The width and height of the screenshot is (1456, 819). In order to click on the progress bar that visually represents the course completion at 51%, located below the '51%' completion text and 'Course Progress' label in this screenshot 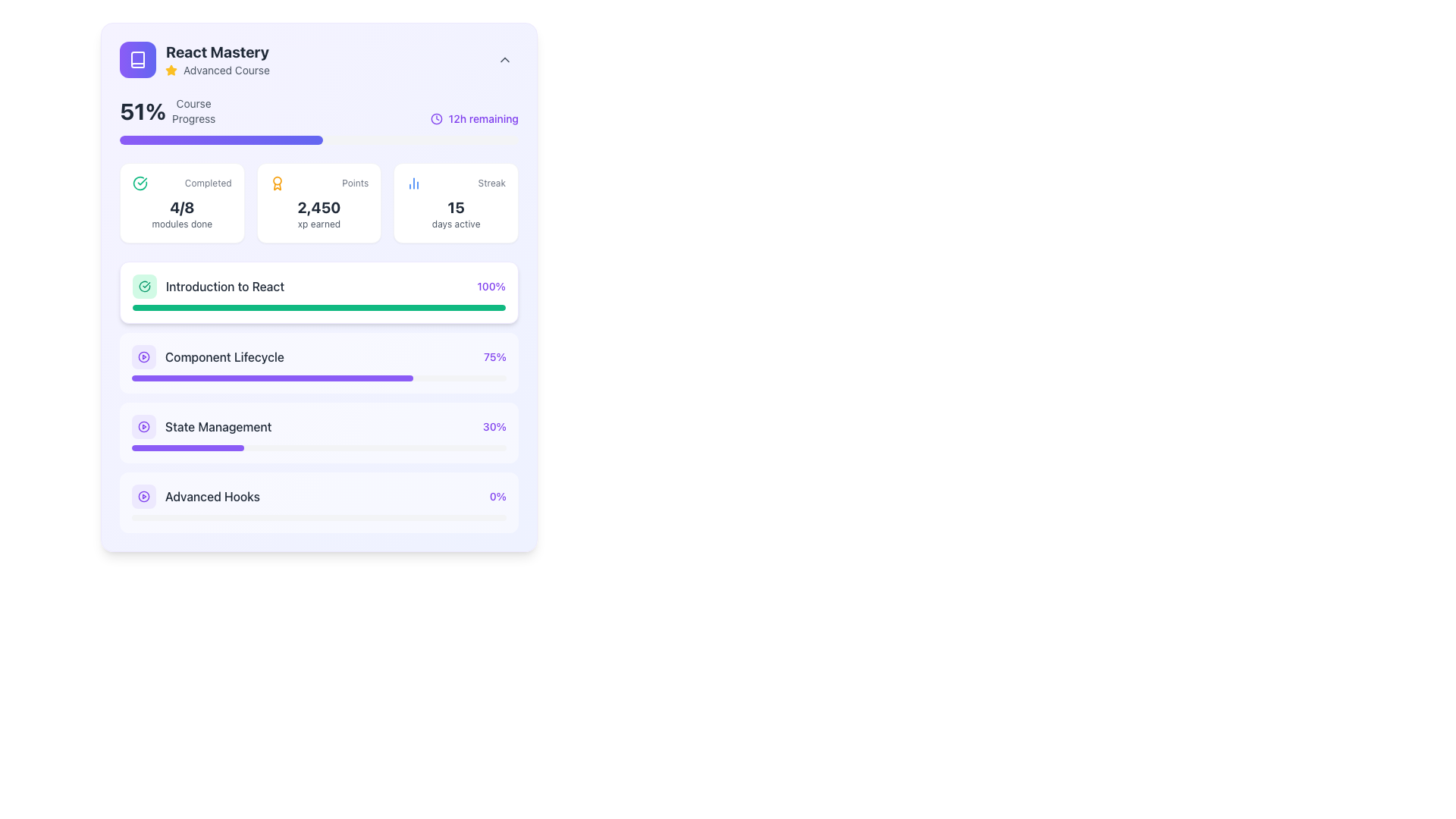, I will do `click(318, 140)`.